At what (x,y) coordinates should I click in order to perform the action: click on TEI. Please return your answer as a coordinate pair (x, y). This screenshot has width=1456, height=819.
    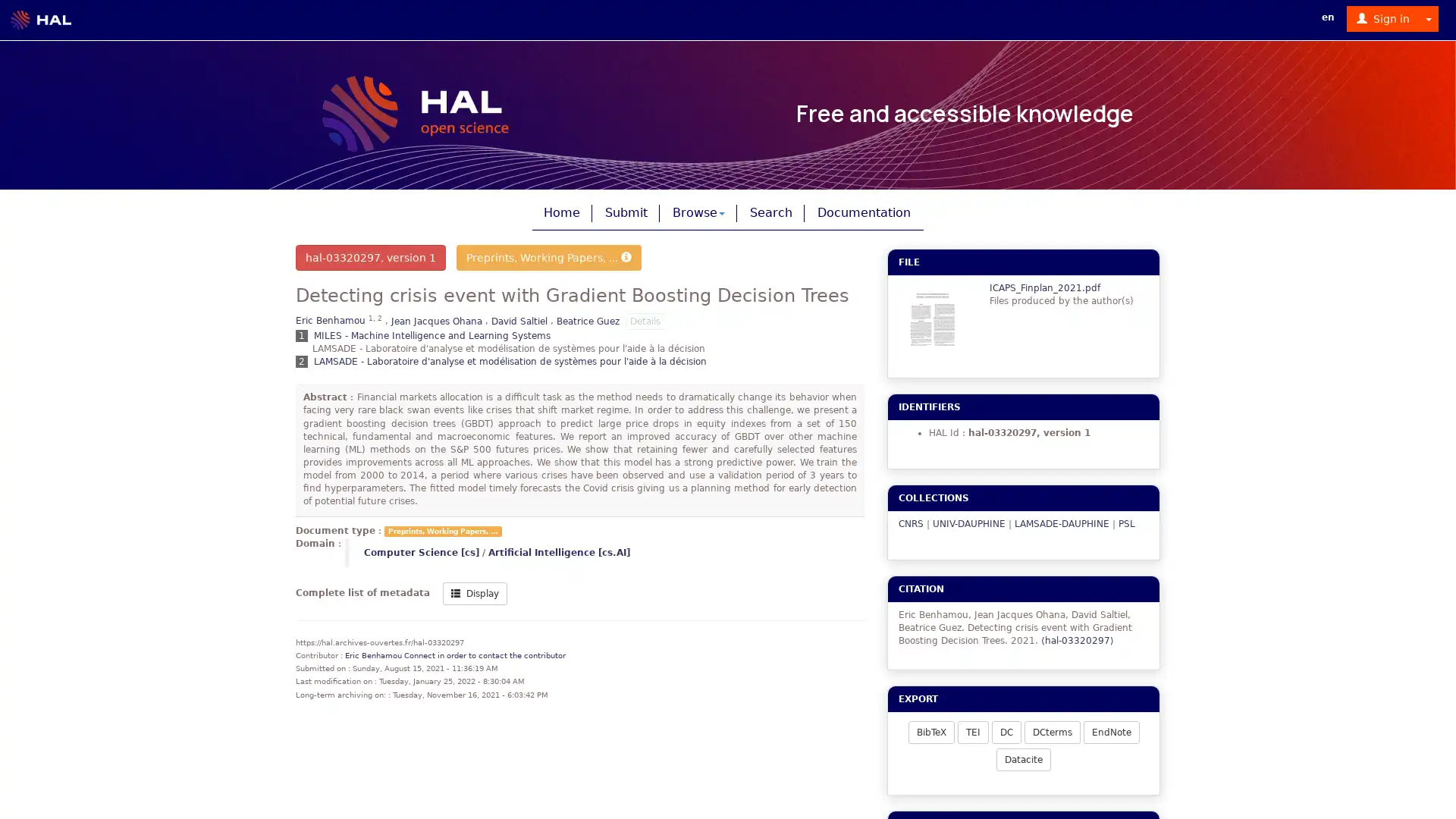
    Looking at the image, I should click on (972, 730).